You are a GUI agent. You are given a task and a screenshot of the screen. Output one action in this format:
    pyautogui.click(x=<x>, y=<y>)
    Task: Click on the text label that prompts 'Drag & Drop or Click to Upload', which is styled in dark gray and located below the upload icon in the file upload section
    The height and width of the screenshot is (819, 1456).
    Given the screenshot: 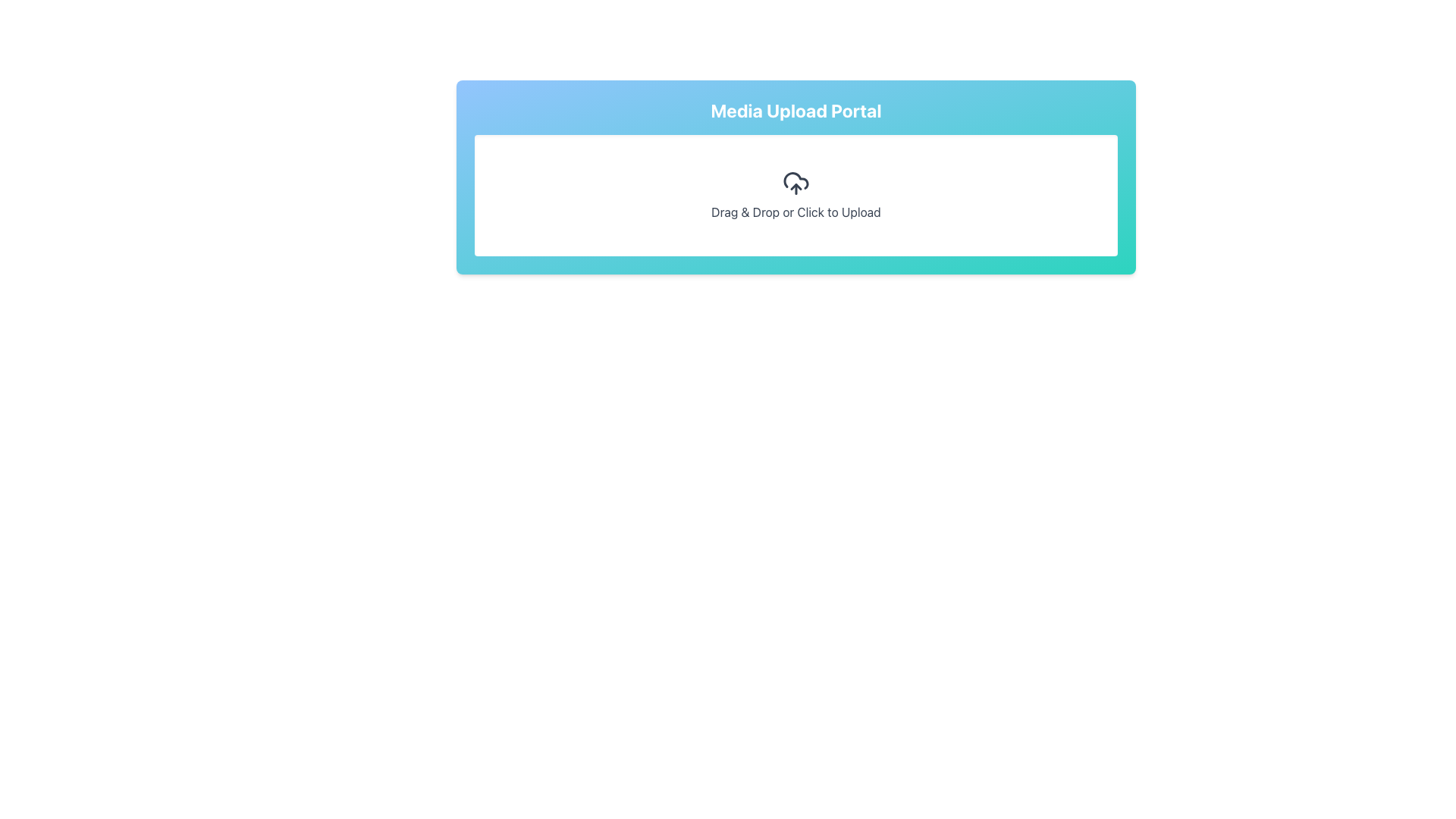 What is the action you would take?
    pyautogui.click(x=795, y=212)
    